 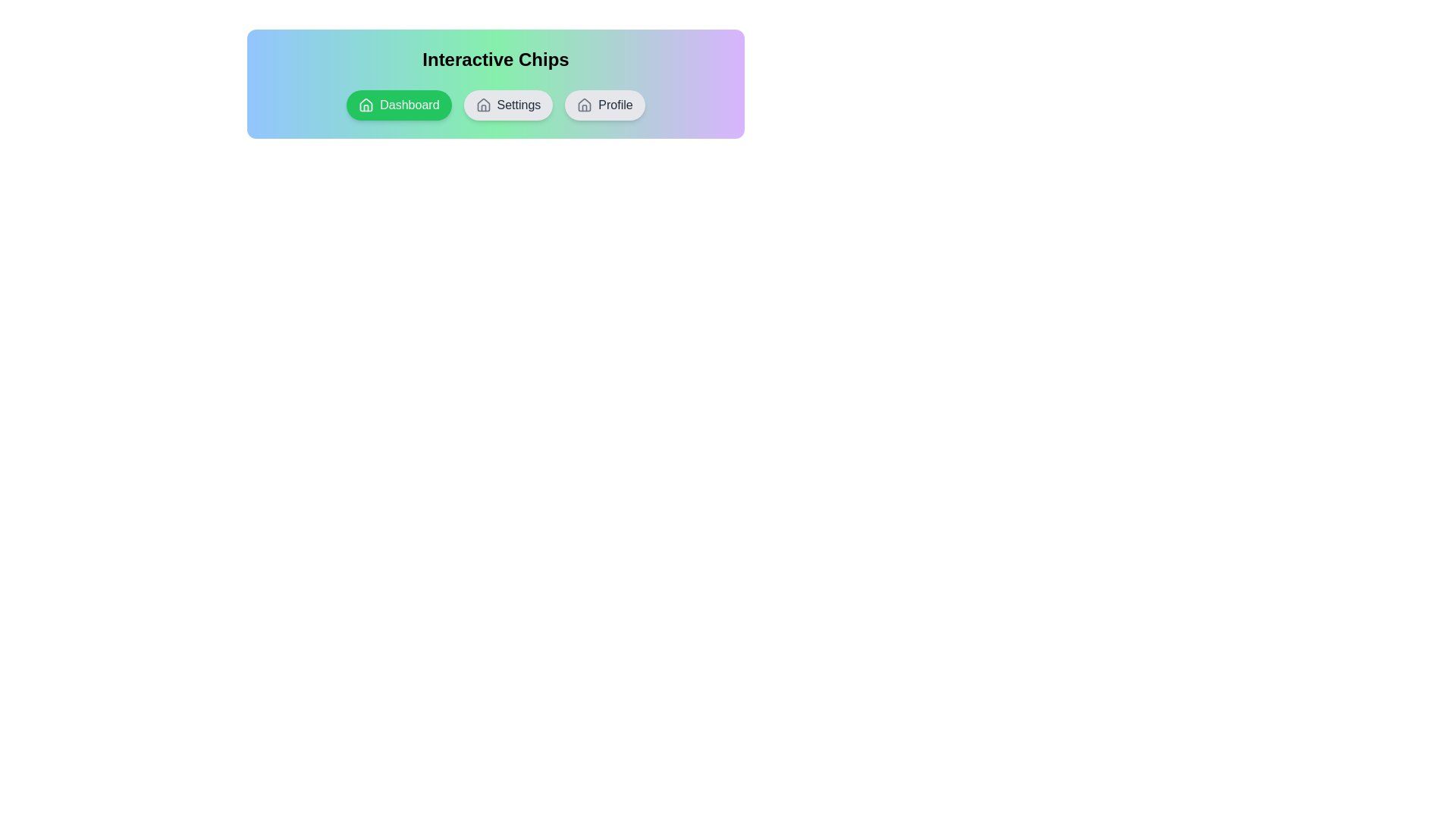 What do you see at coordinates (399, 104) in the screenshot?
I see `the chip labeled Dashboard to observe the hover effect` at bounding box center [399, 104].